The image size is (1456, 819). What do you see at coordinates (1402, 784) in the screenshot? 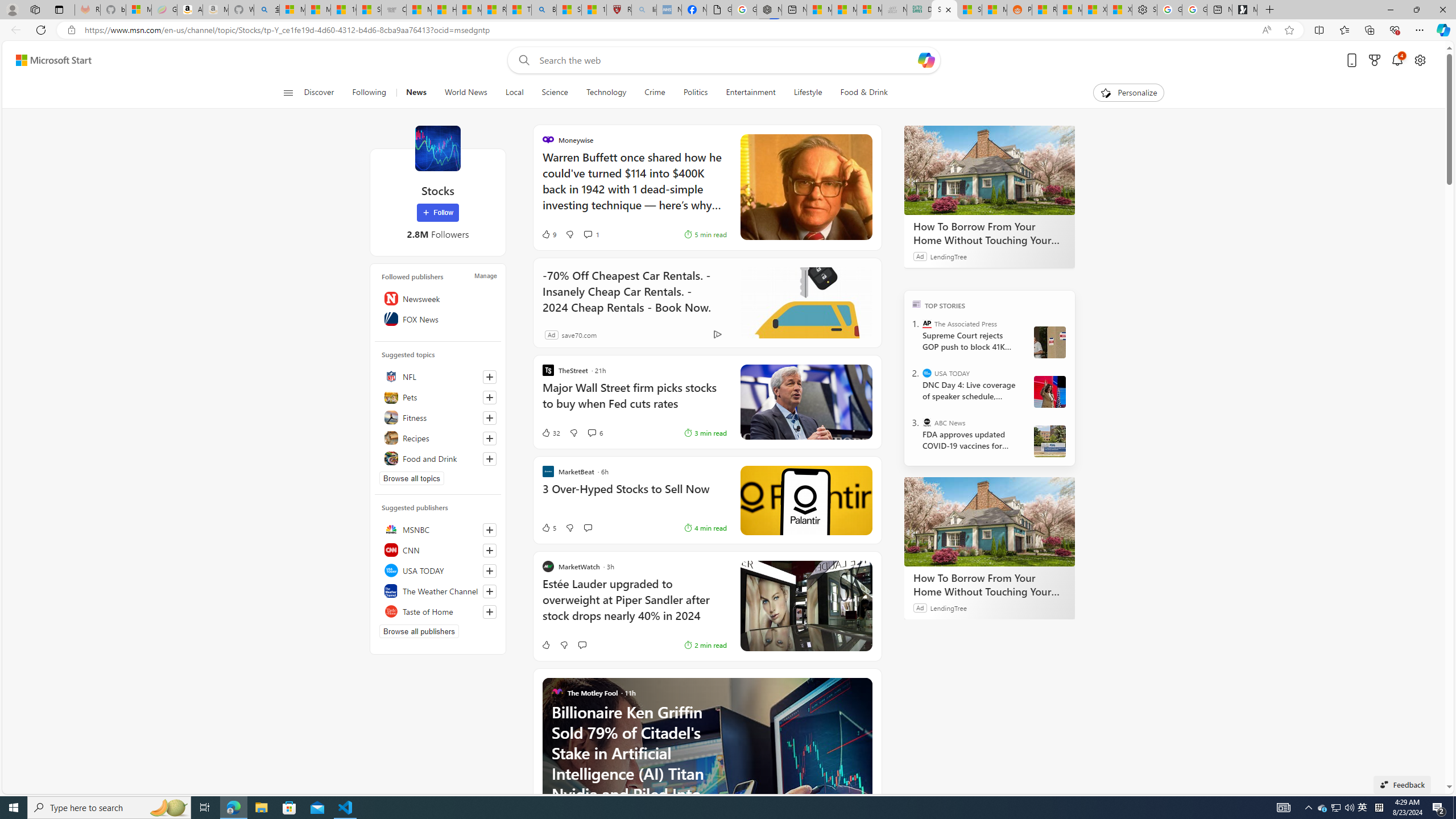
I see `'Feedback'` at bounding box center [1402, 784].